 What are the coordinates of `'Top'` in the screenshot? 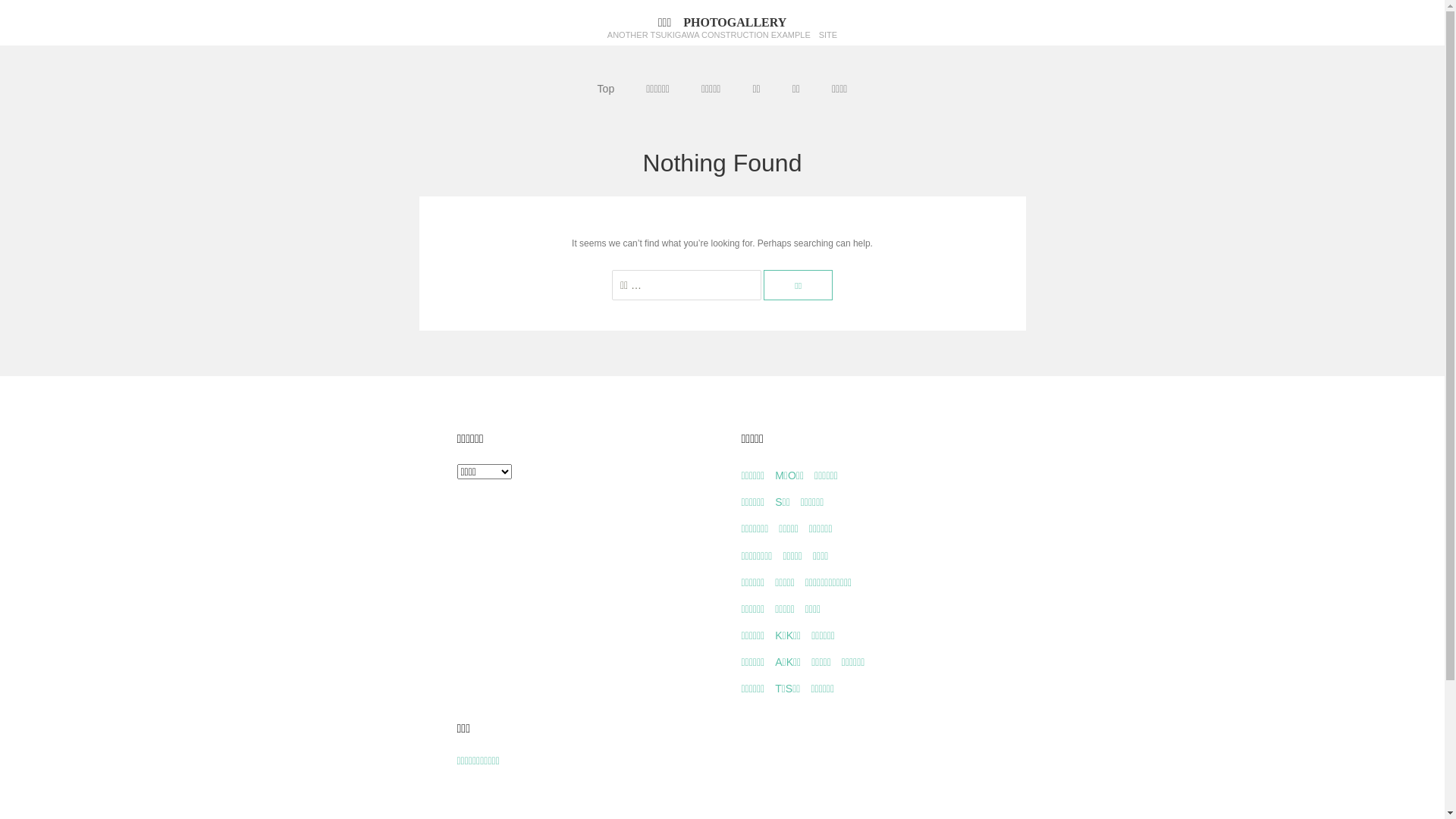 It's located at (605, 88).